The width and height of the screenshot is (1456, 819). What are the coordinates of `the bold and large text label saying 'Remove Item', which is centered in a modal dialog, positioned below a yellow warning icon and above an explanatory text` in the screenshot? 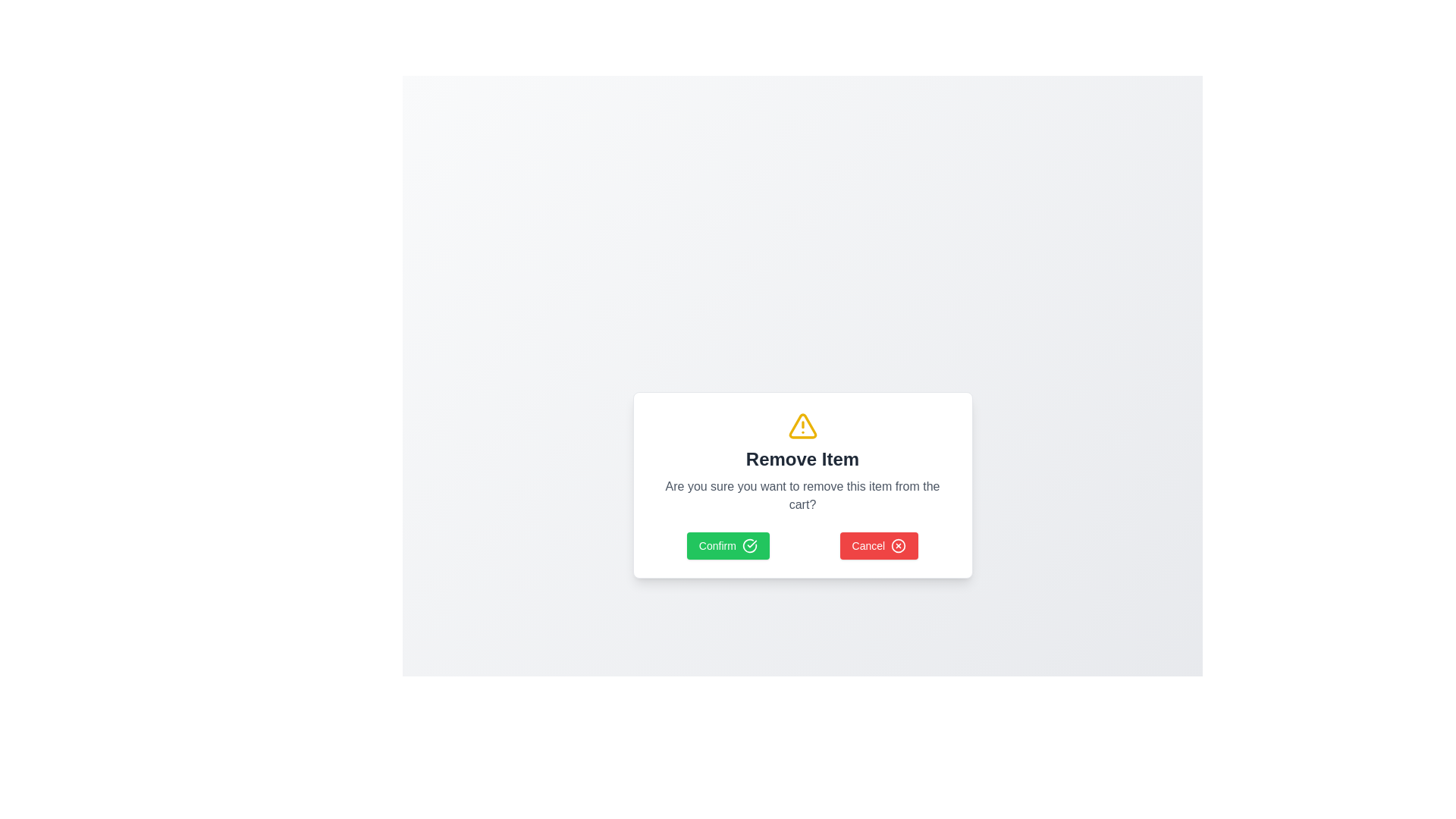 It's located at (802, 458).